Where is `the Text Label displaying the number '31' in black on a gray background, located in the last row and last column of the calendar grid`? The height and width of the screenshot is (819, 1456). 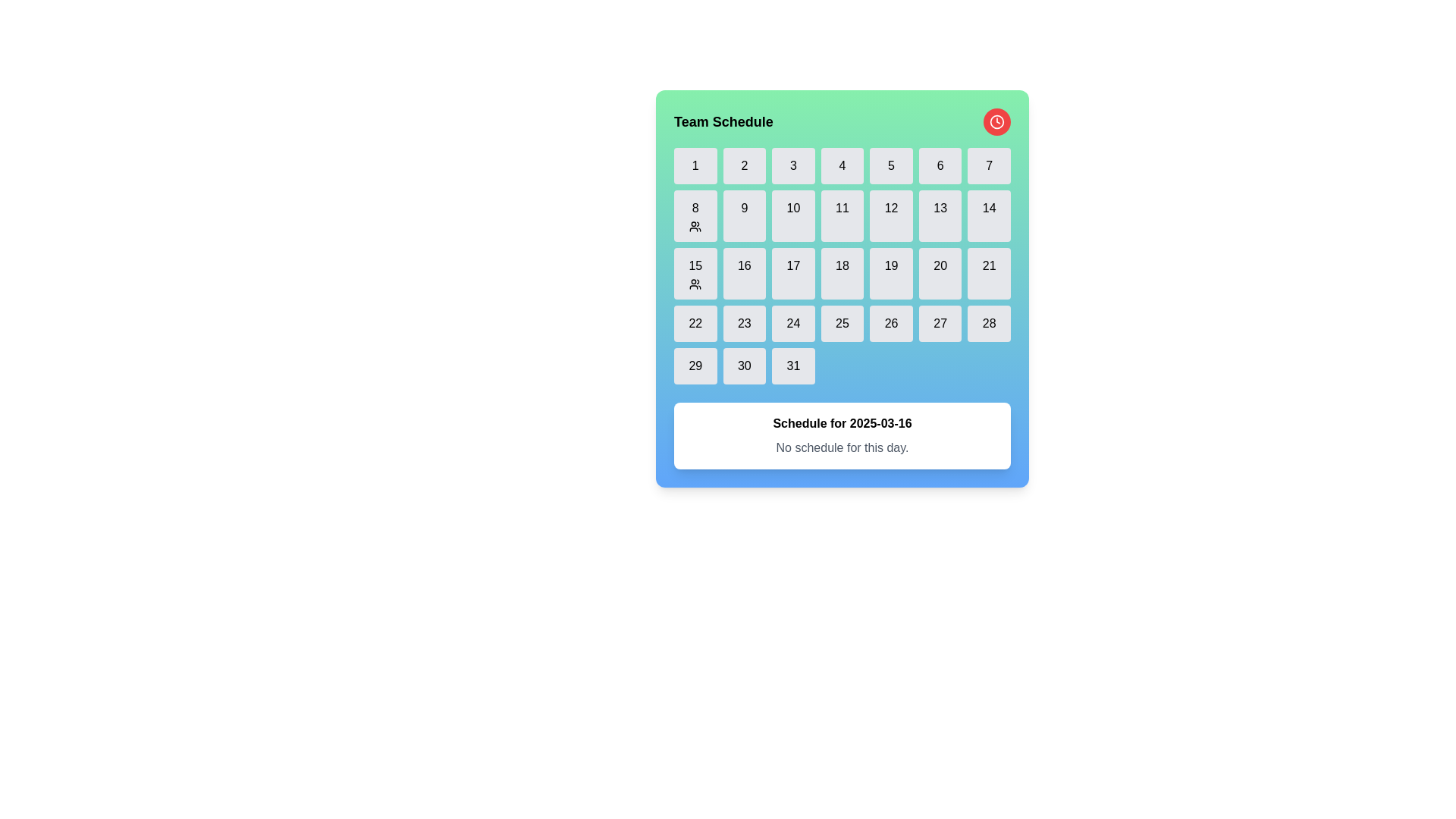
the Text Label displaying the number '31' in black on a gray background, located in the last row and last column of the calendar grid is located at coordinates (792, 366).